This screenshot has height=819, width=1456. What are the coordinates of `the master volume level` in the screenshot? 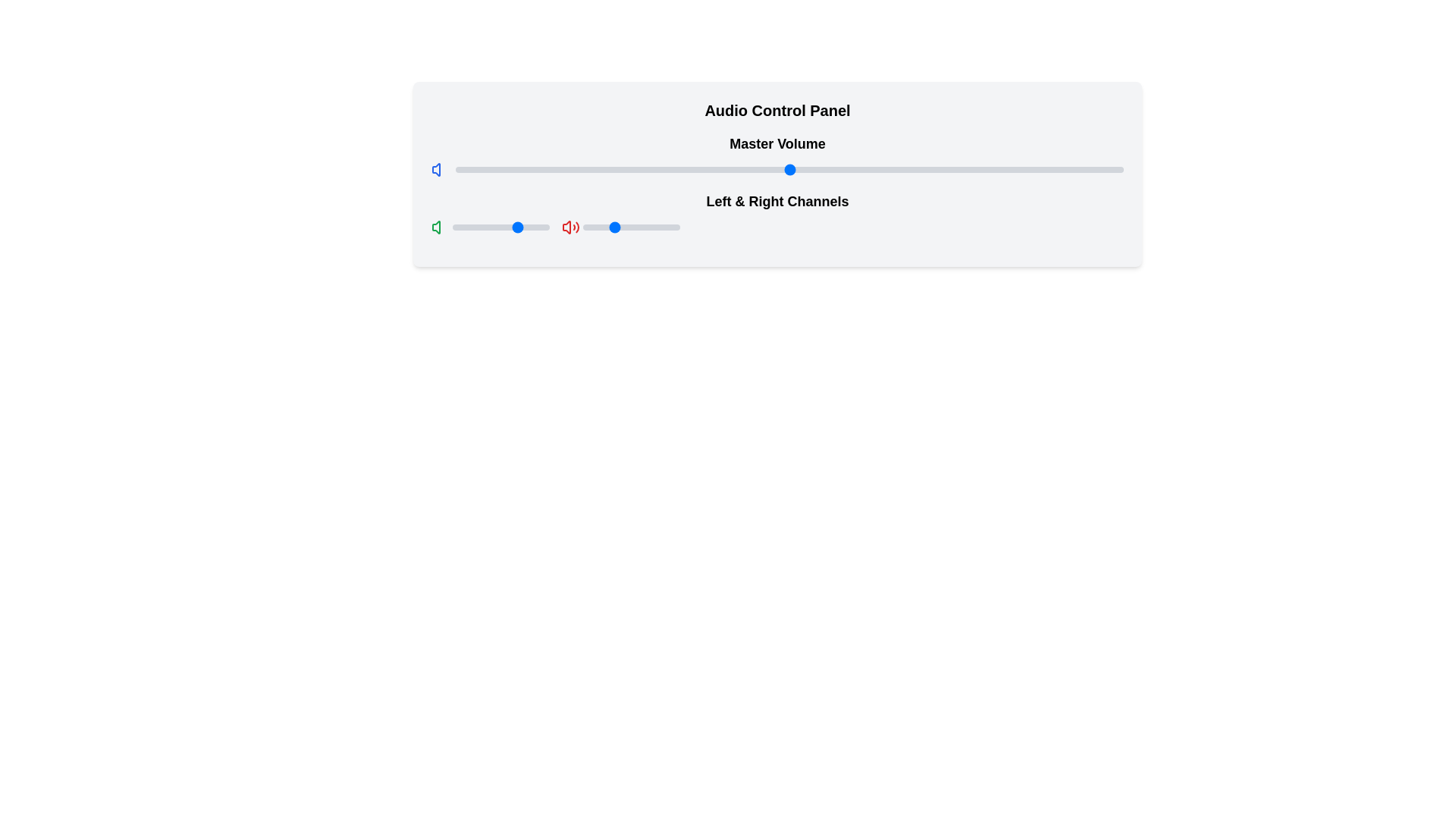 It's located at (616, 169).